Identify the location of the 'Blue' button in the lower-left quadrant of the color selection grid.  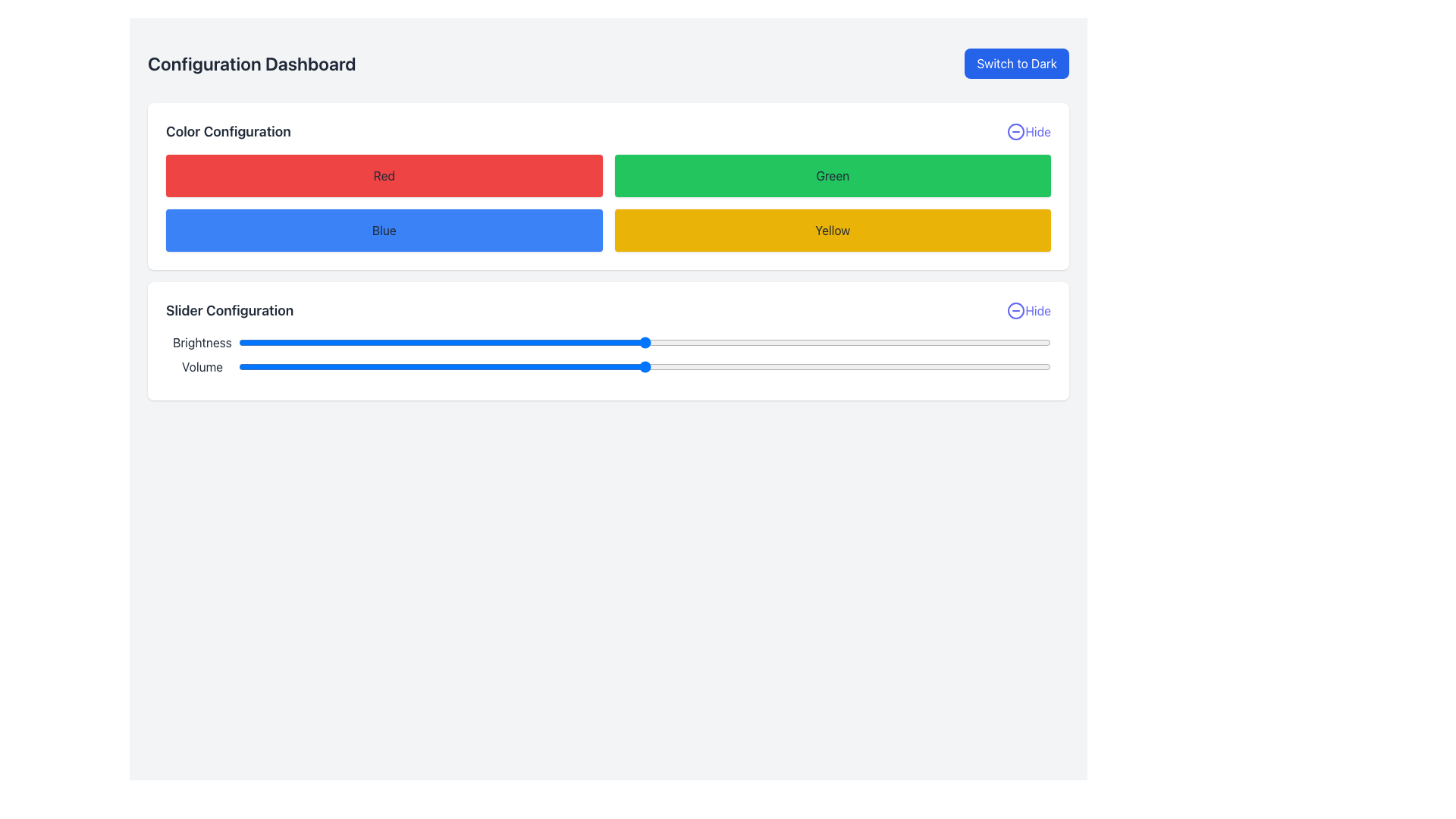
(384, 231).